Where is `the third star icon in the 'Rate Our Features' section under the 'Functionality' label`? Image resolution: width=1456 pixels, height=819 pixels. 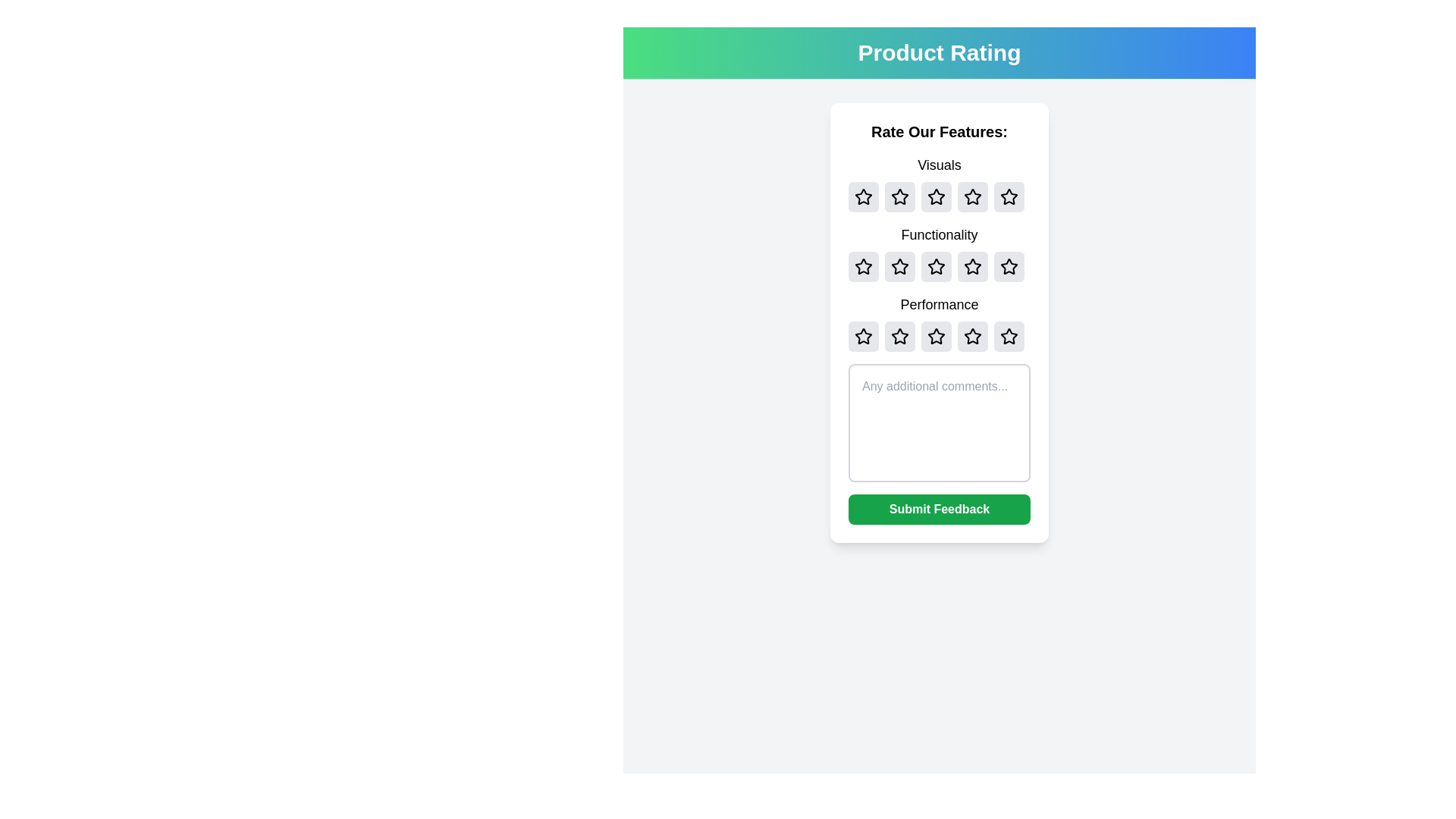 the third star icon in the 'Rate Our Features' section under the 'Functionality' label is located at coordinates (938, 265).